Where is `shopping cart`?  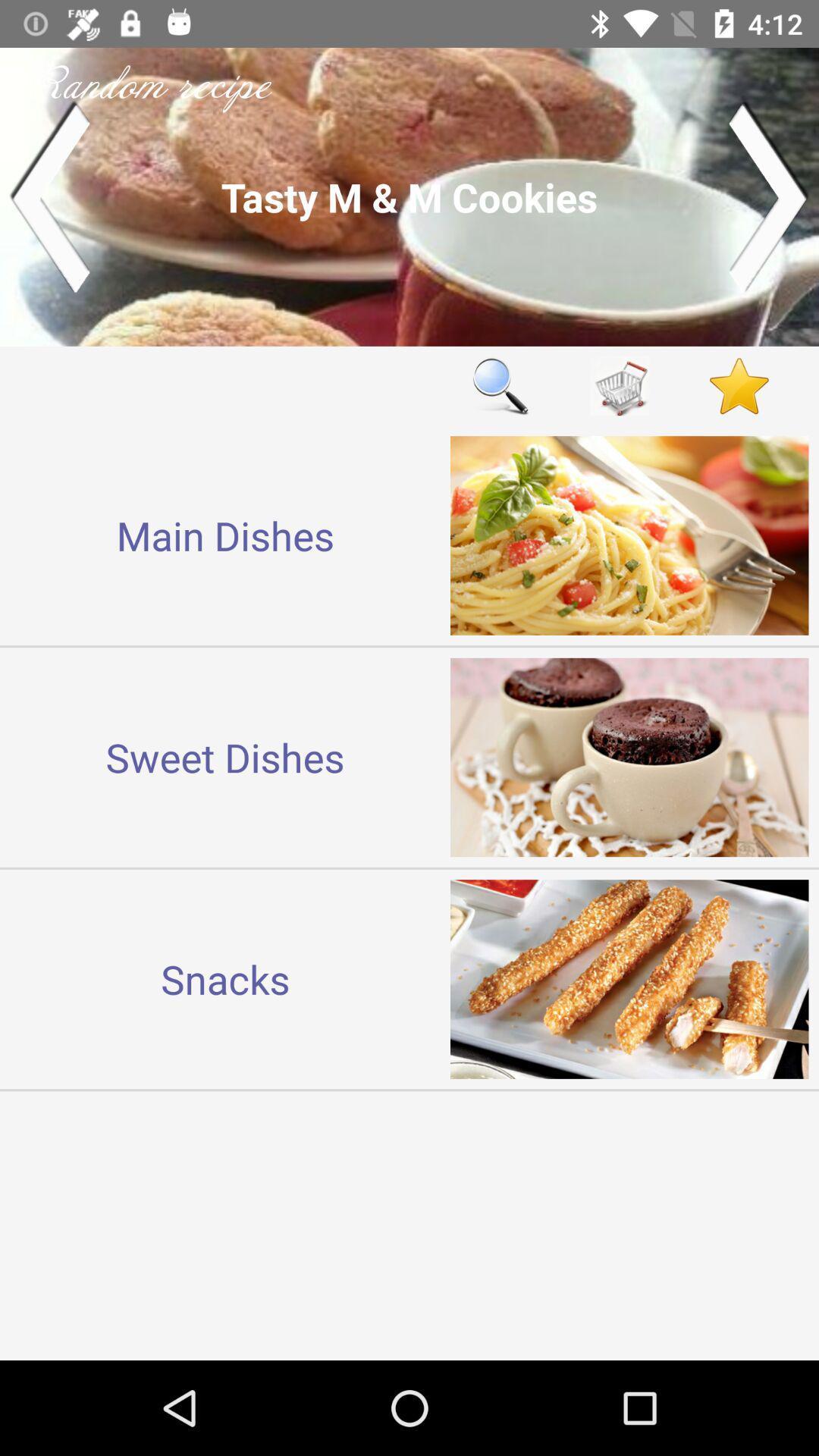 shopping cart is located at coordinates (620, 386).